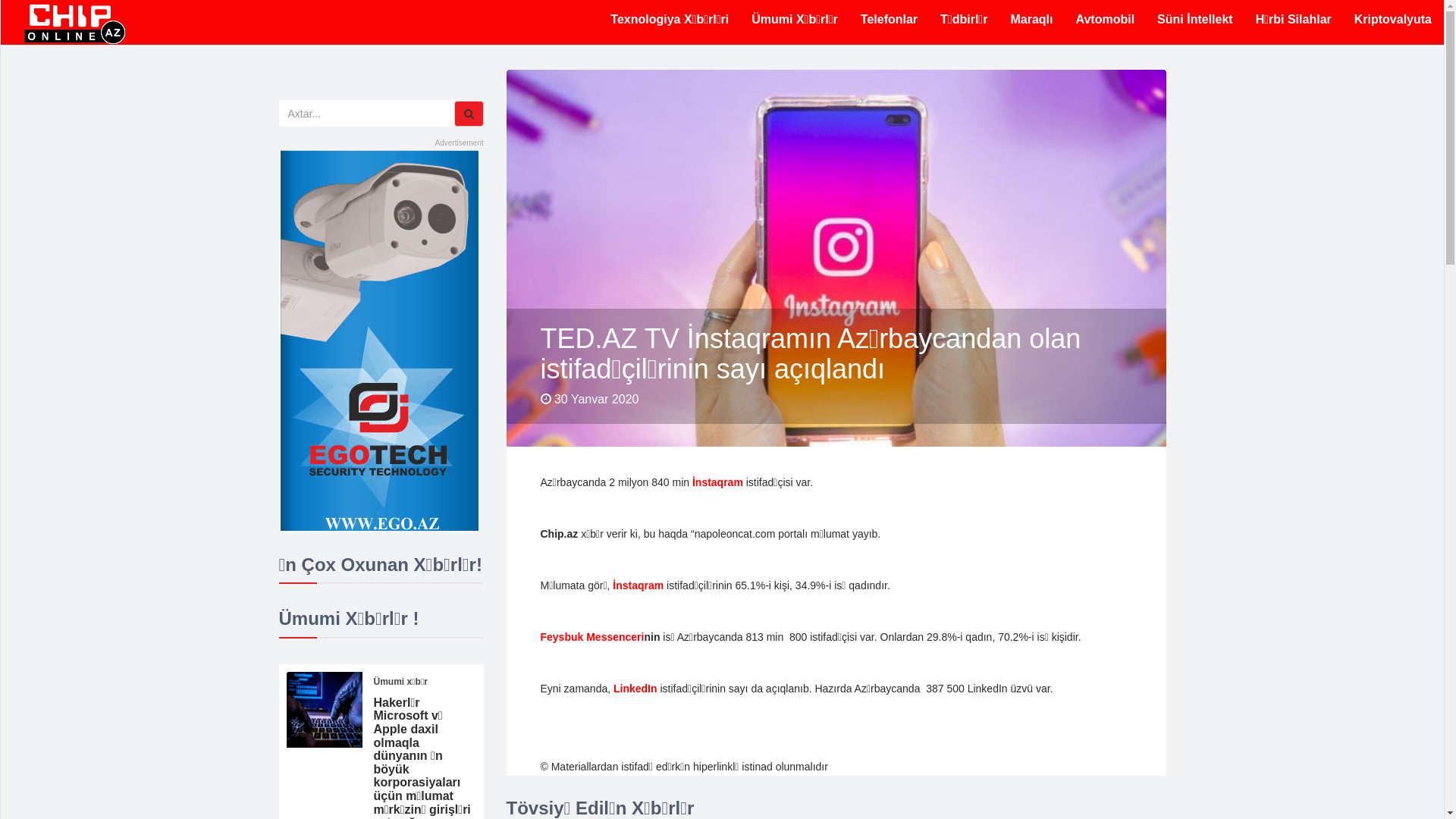  Describe the element at coordinates (610, 688) in the screenshot. I see `' LinkedIn '` at that location.